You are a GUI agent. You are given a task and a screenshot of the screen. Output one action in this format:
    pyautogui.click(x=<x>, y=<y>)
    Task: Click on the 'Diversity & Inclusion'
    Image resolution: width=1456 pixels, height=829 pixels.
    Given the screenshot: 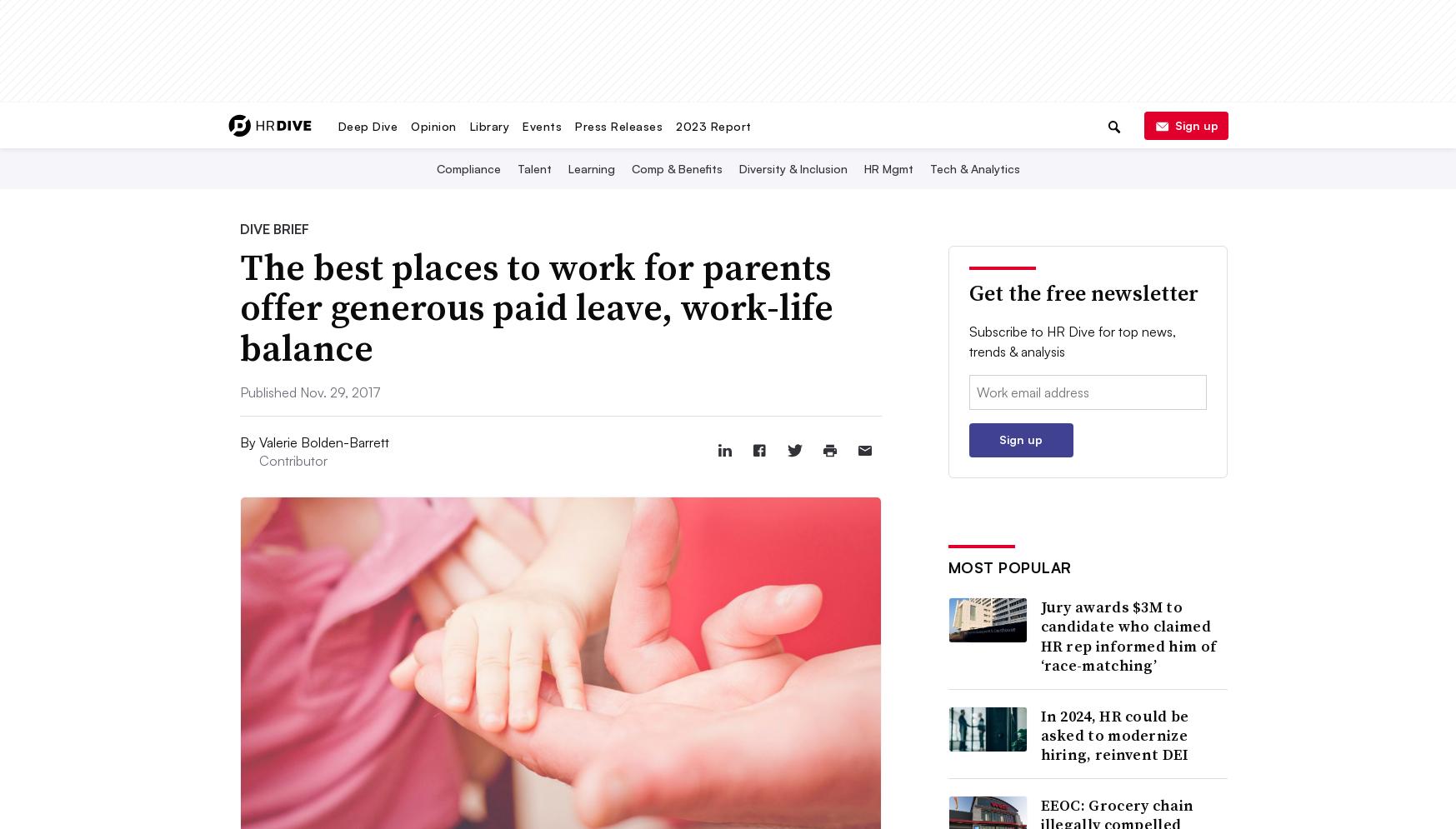 What is the action you would take?
    pyautogui.click(x=738, y=167)
    